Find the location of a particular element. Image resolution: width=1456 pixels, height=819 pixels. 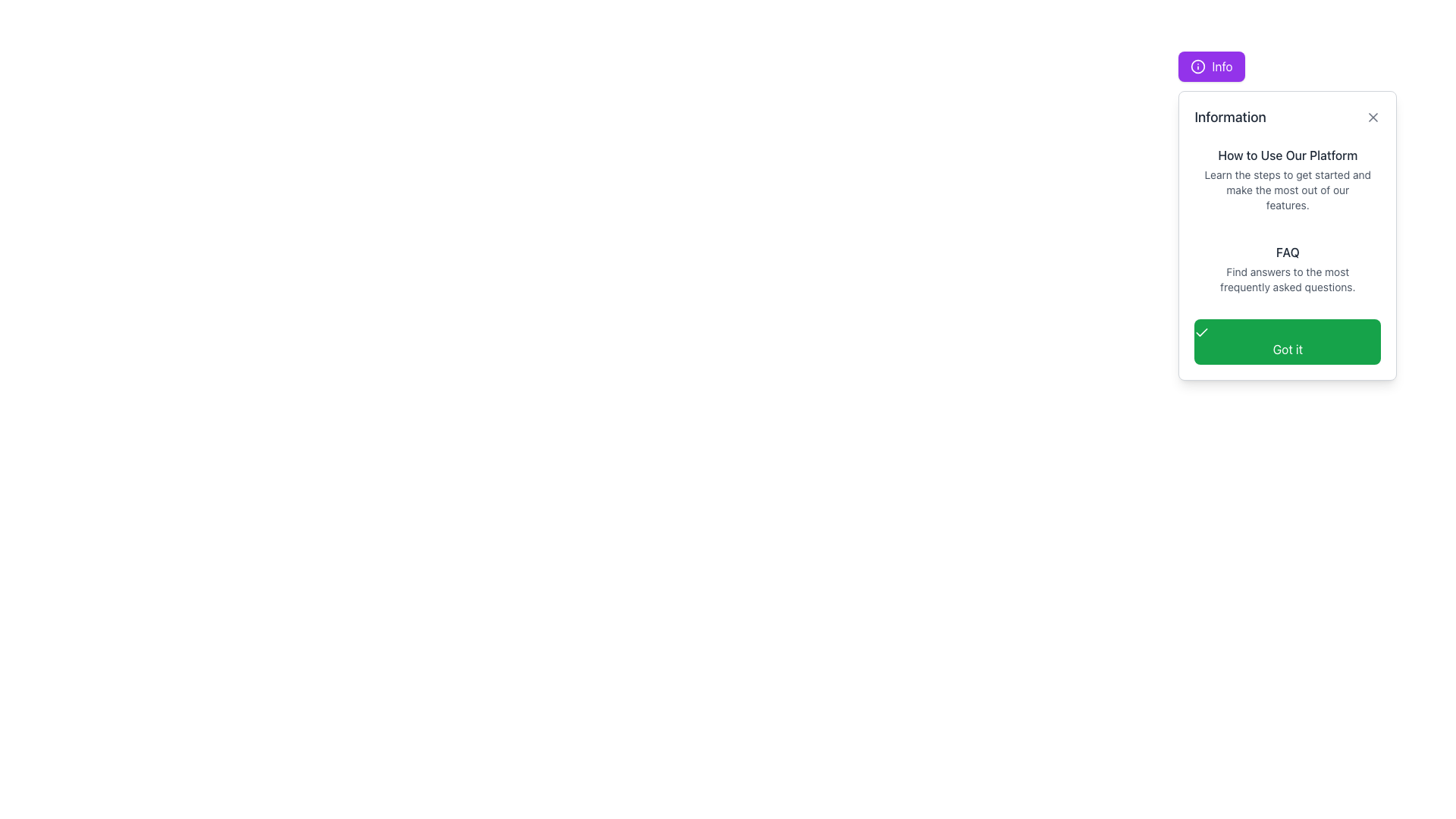

the confirmation button located at the bottom of the white pop-up panel to acknowledge or dismiss the information presented is located at coordinates (1287, 342).